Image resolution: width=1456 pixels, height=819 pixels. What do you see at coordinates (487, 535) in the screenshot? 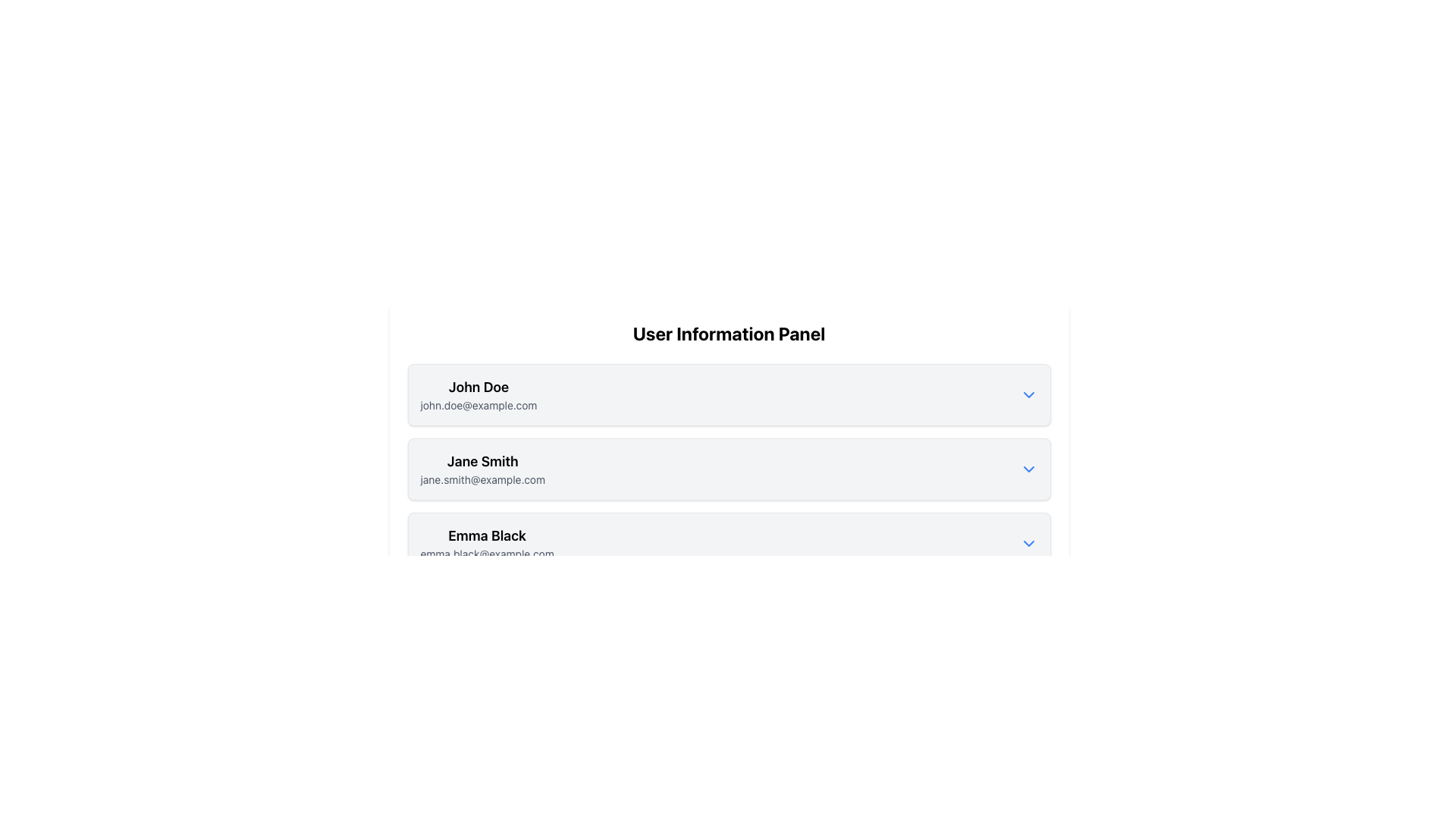
I see `the Label/Text that displays the user's name, positioned above the email address 'emma.black@example.com' and after entries for 'John Doe' and 'Jane Smith'` at bounding box center [487, 535].